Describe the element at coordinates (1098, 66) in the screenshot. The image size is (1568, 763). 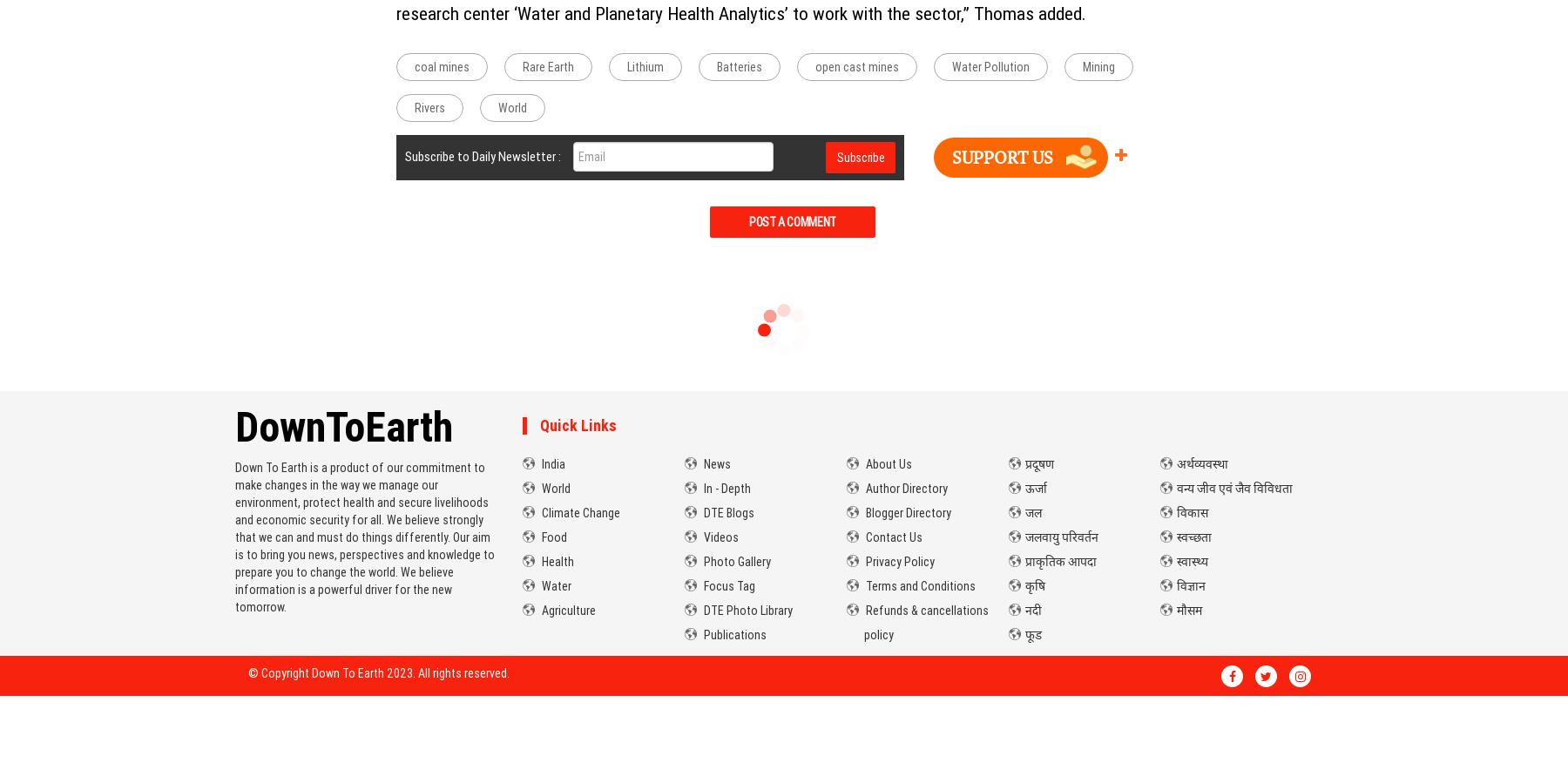
I see `'Mining'` at that location.